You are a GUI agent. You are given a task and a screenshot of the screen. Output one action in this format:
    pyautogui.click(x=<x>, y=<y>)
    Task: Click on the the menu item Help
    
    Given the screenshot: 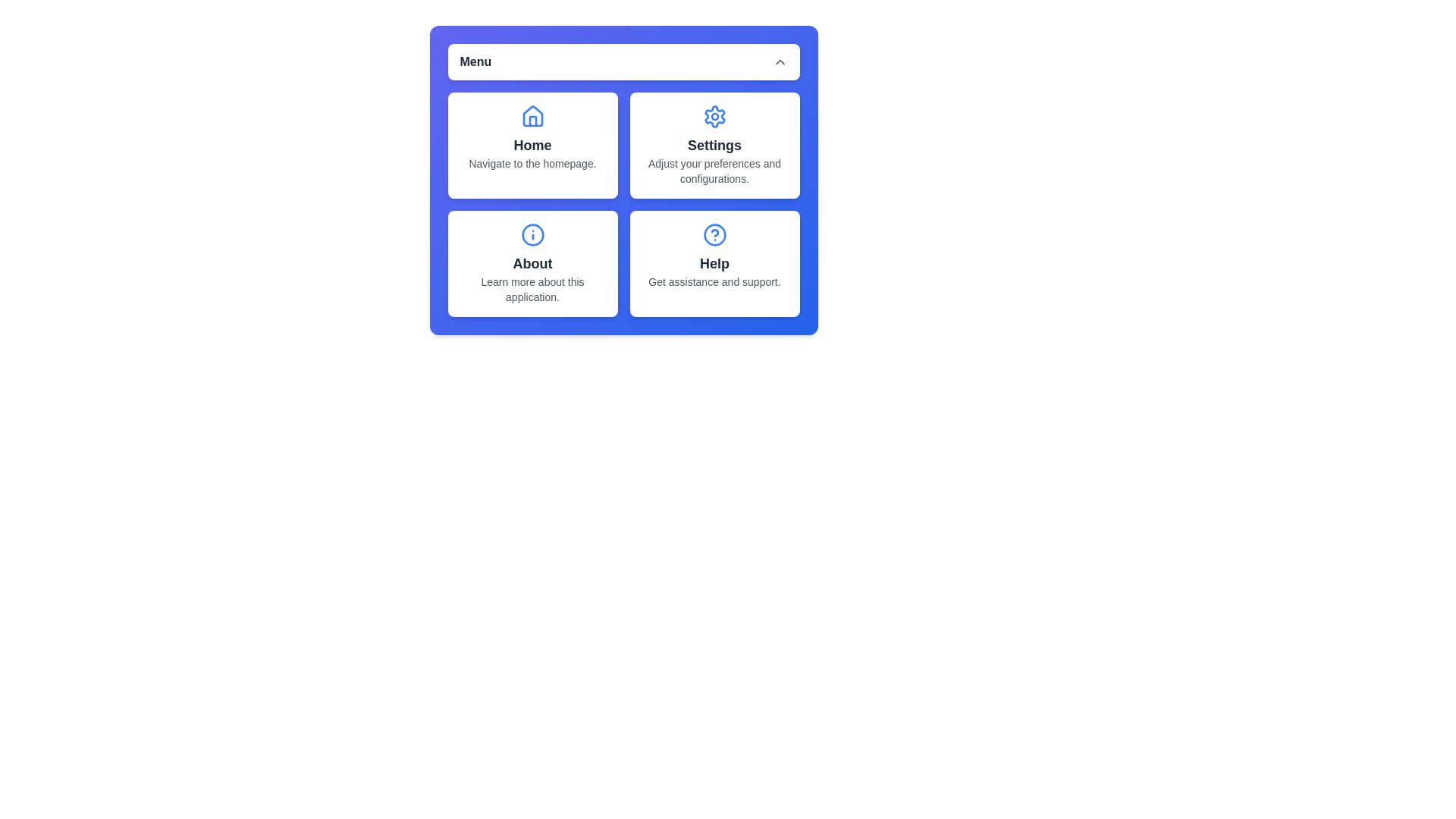 What is the action you would take?
    pyautogui.click(x=714, y=262)
    